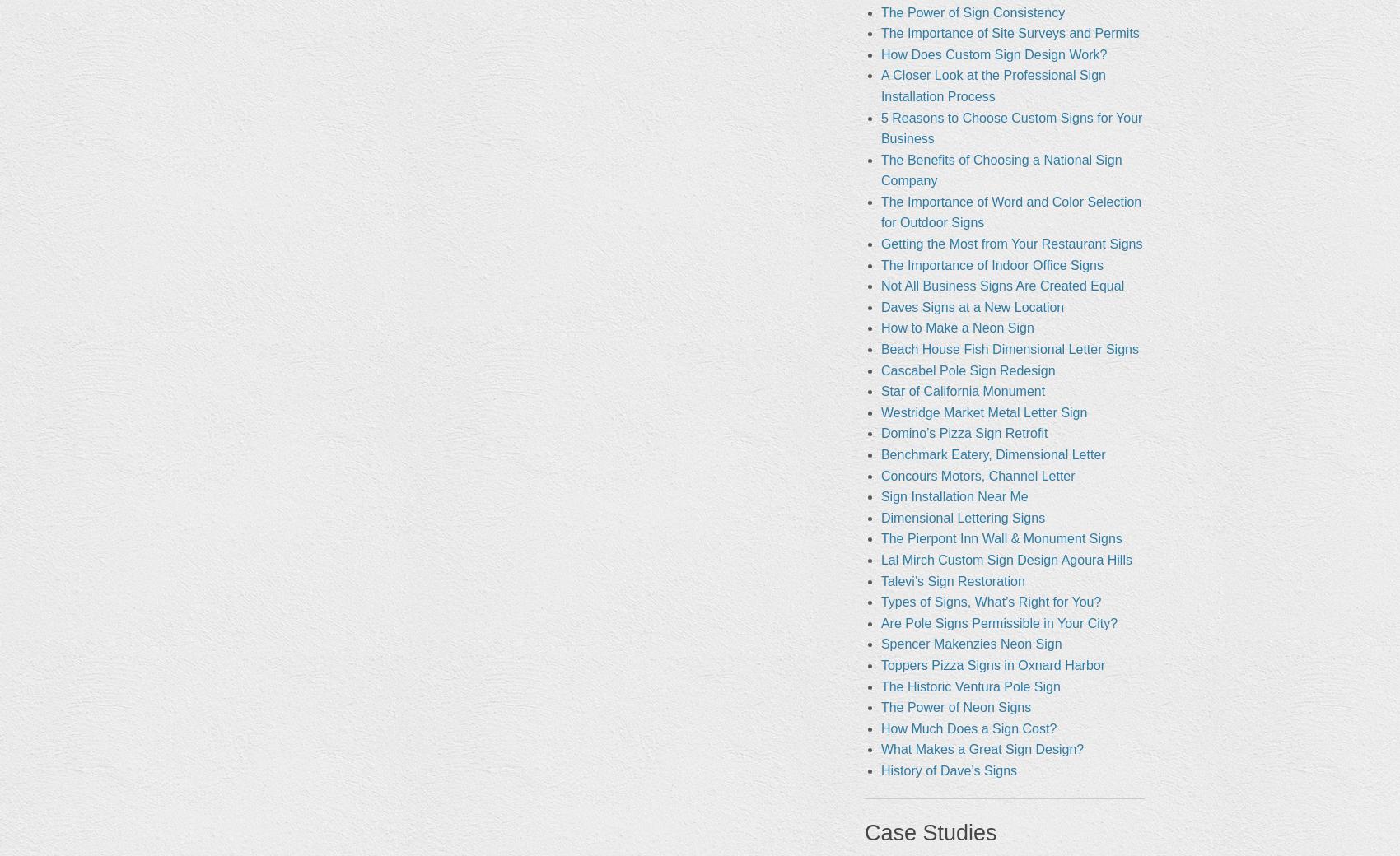  Describe the element at coordinates (880, 580) in the screenshot. I see `'Talevi’s Sign Restoration'` at that location.